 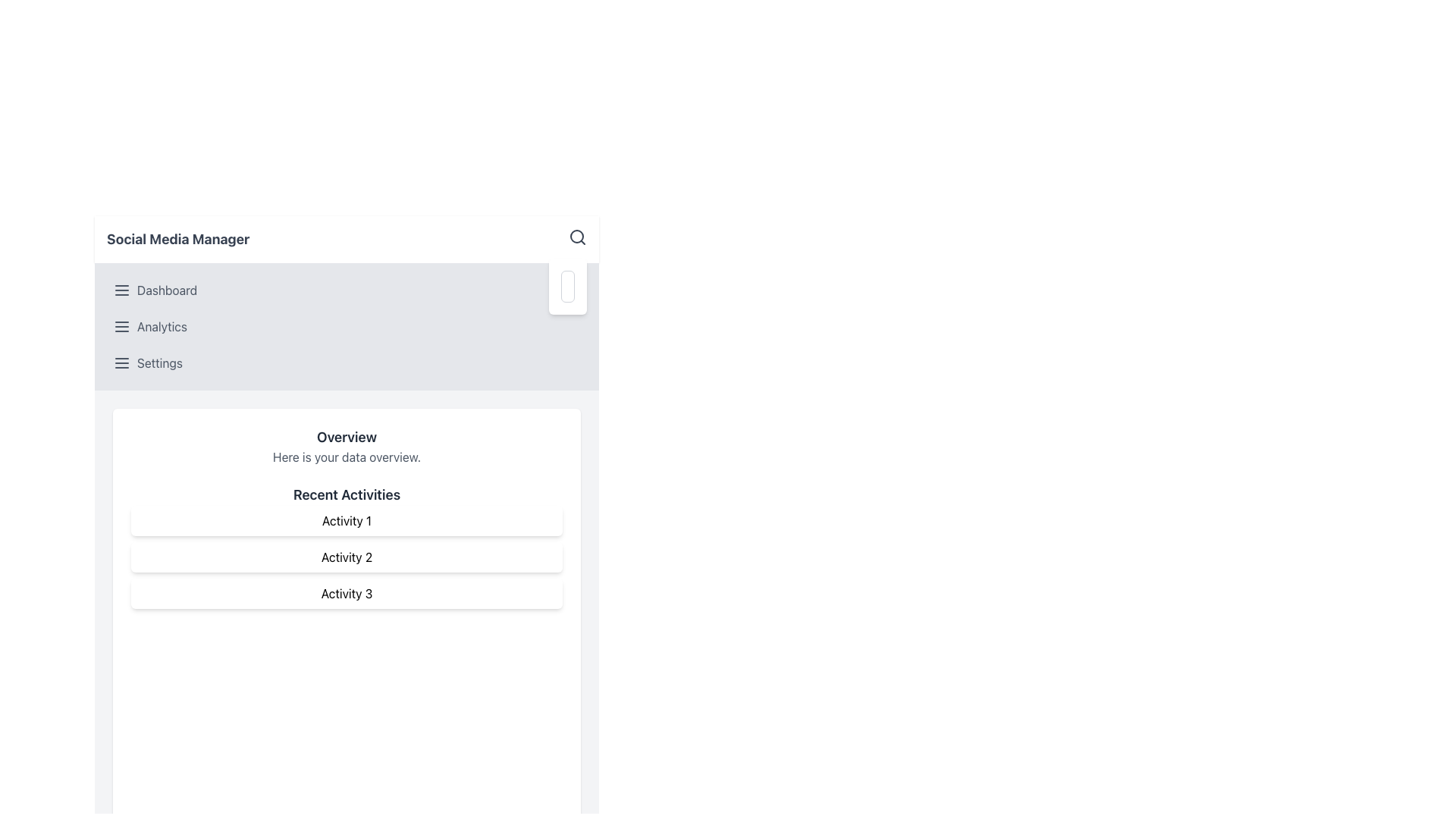 What do you see at coordinates (346, 494) in the screenshot?
I see `the section title text label that indicates the context for recent activities, located centrally below the 'Overview' header and above the activities list` at bounding box center [346, 494].